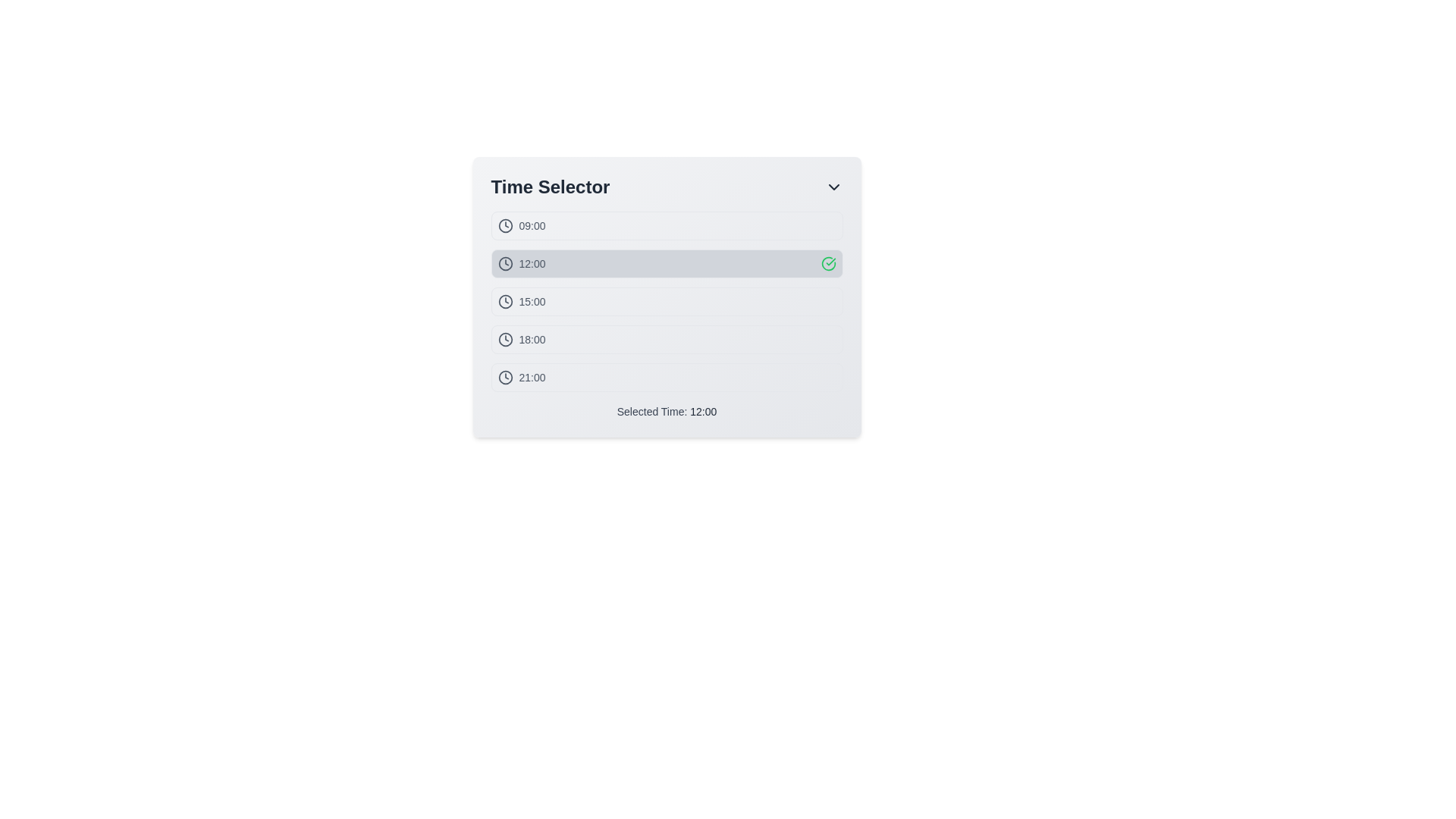  Describe the element at coordinates (505, 225) in the screenshot. I see `the decorative circle element in the SVG graphic that is part of the clock icon next to the '09:00' time selection` at that location.